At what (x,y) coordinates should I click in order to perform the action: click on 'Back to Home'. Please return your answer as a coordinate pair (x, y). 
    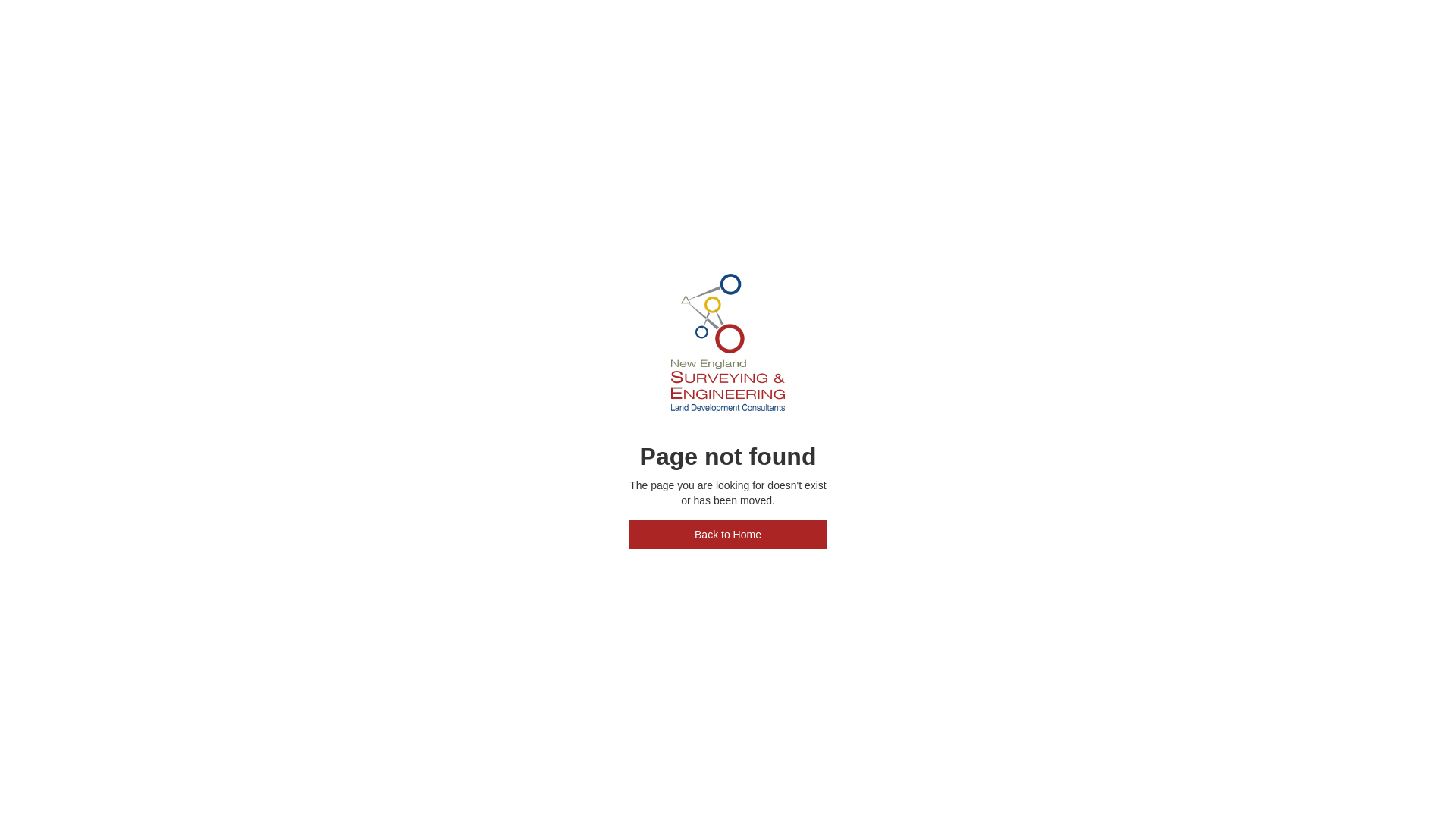
    Looking at the image, I should click on (728, 534).